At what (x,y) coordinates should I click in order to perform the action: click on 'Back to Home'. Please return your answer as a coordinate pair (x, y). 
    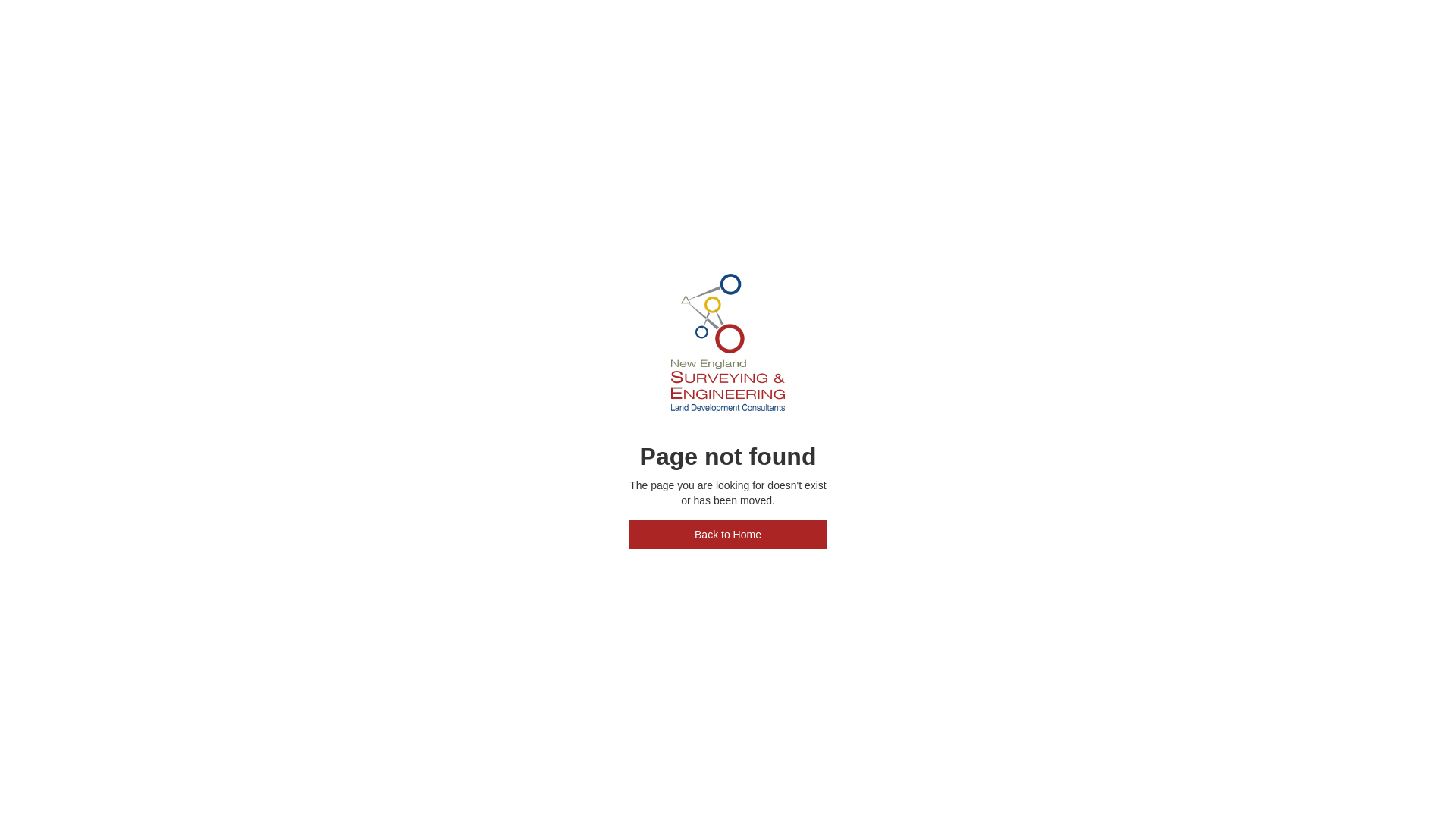
    Looking at the image, I should click on (728, 534).